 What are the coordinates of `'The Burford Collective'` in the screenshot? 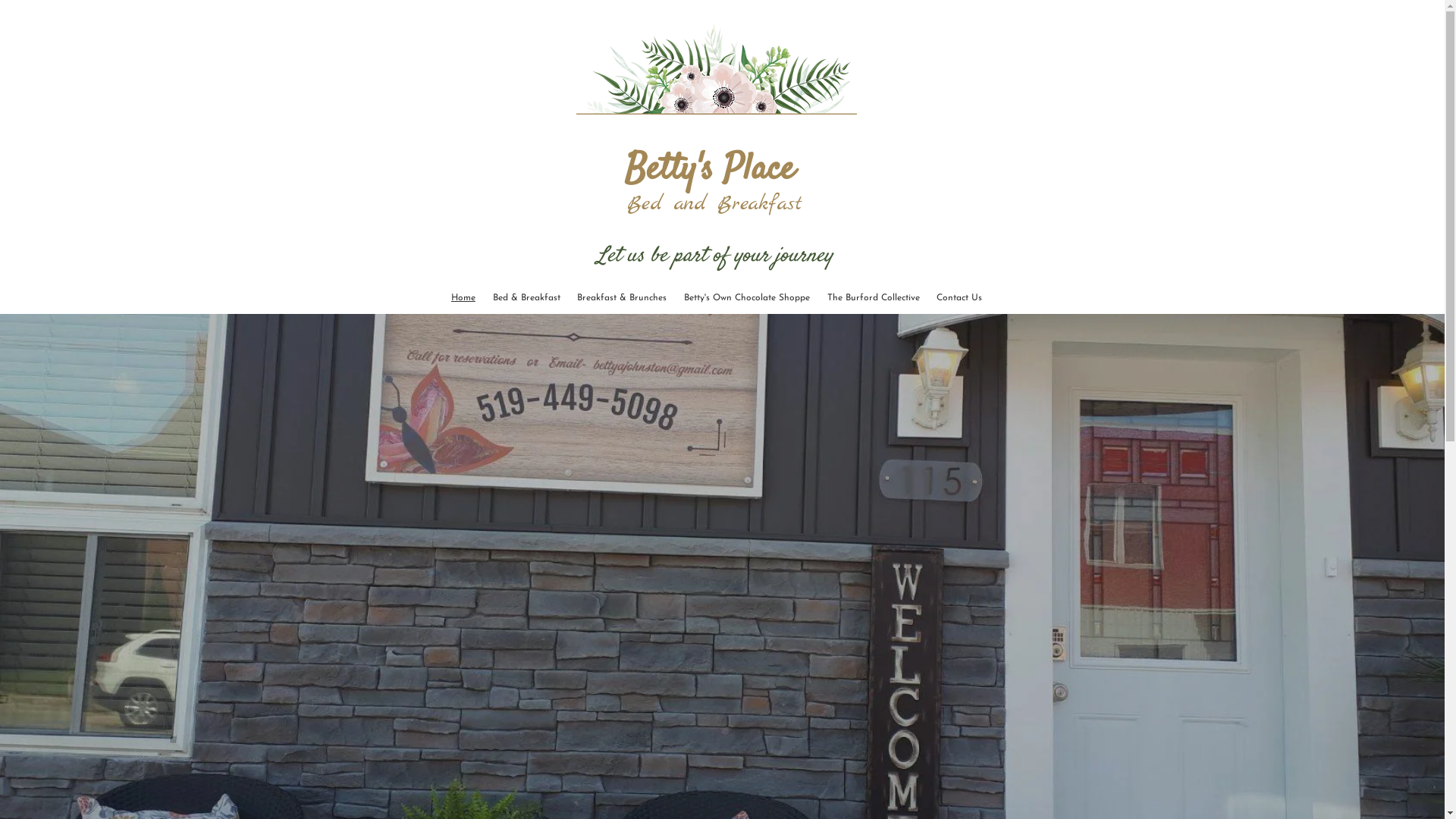 It's located at (873, 298).